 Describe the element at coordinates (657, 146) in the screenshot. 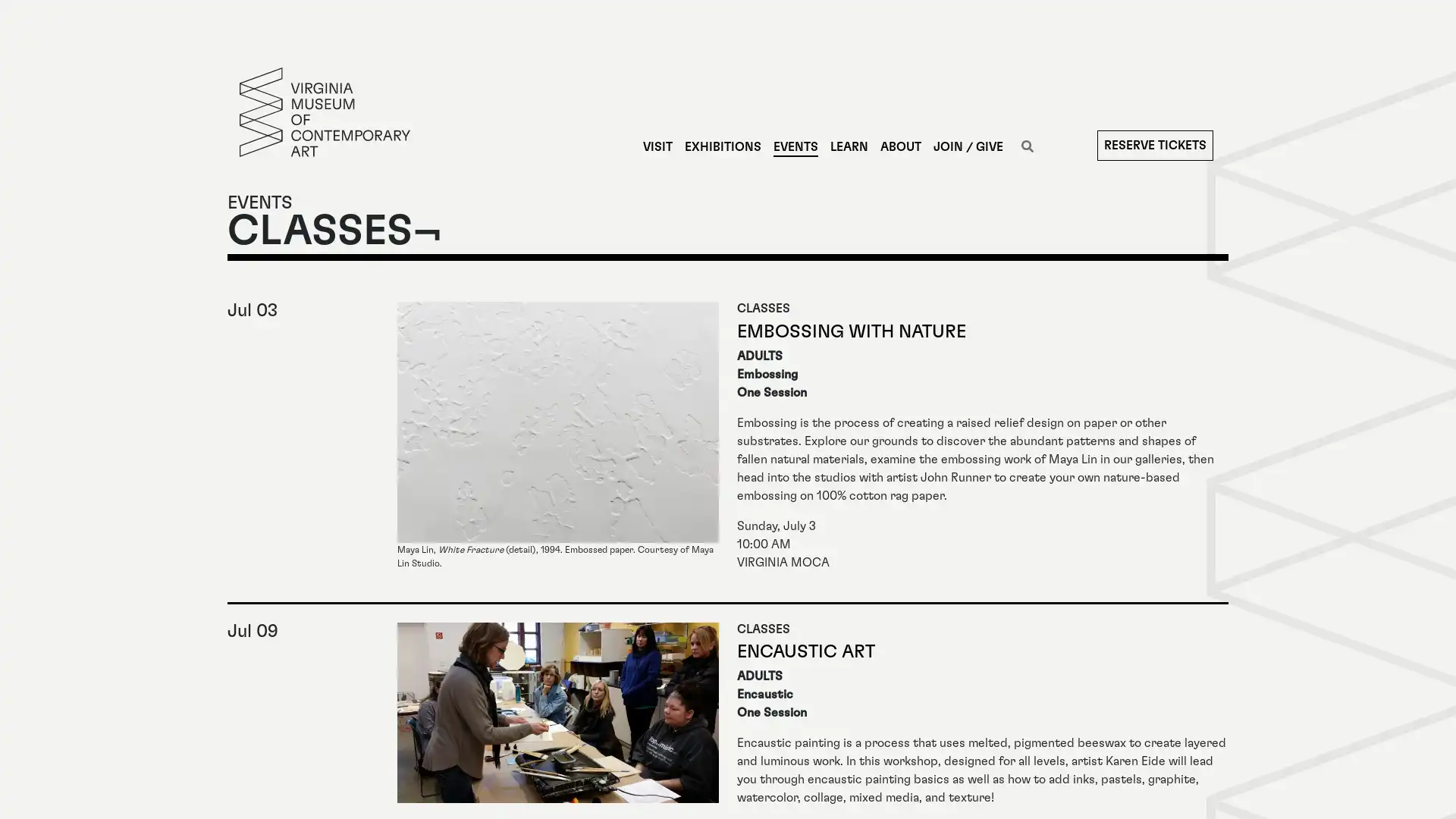

I see `VISIT` at that location.